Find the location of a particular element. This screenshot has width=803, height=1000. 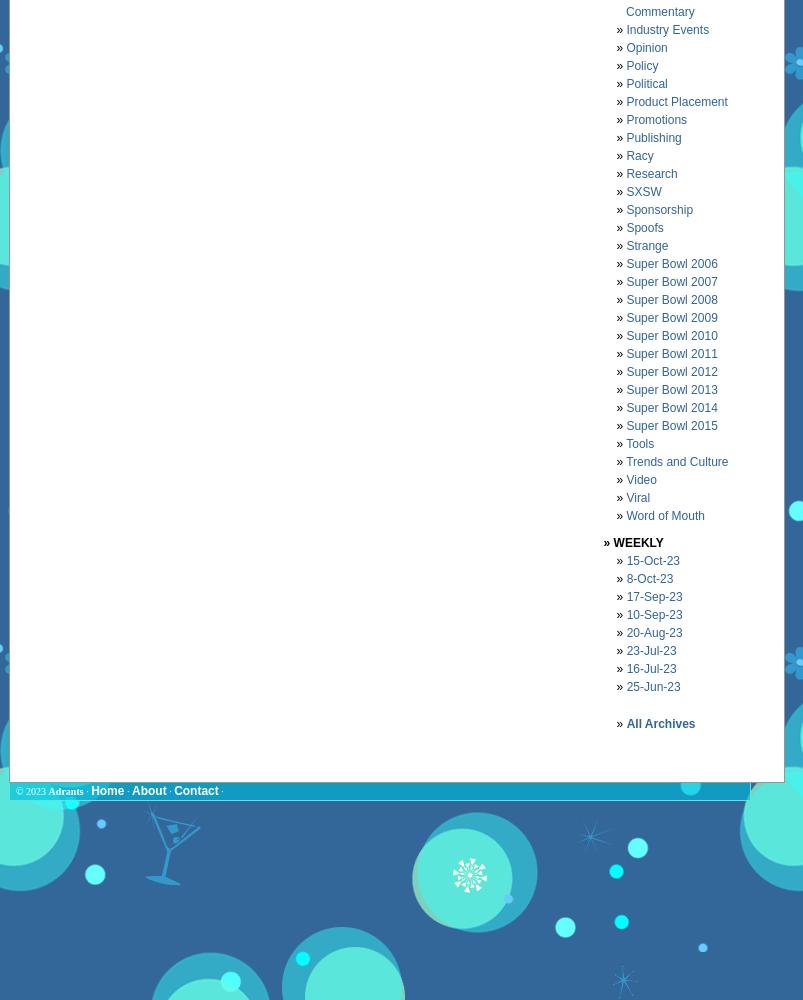

'Super Bowl 2013' is located at coordinates (670, 389).